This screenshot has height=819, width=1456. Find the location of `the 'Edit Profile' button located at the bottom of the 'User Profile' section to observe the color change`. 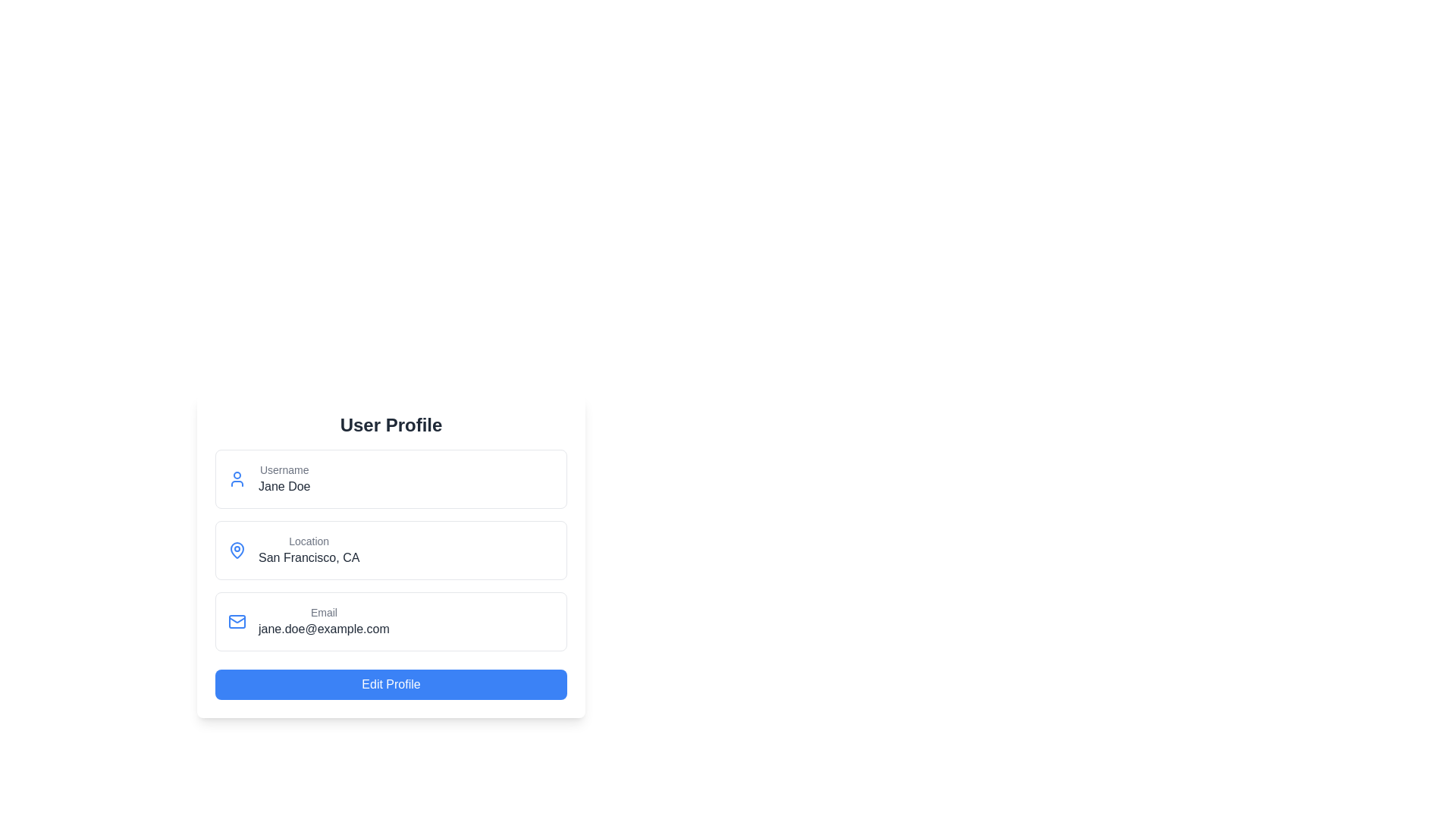

the 'Edit Profile' button located at the bottom of the 'User Profile' section to observe the color change is located at coordinates (391, 684).